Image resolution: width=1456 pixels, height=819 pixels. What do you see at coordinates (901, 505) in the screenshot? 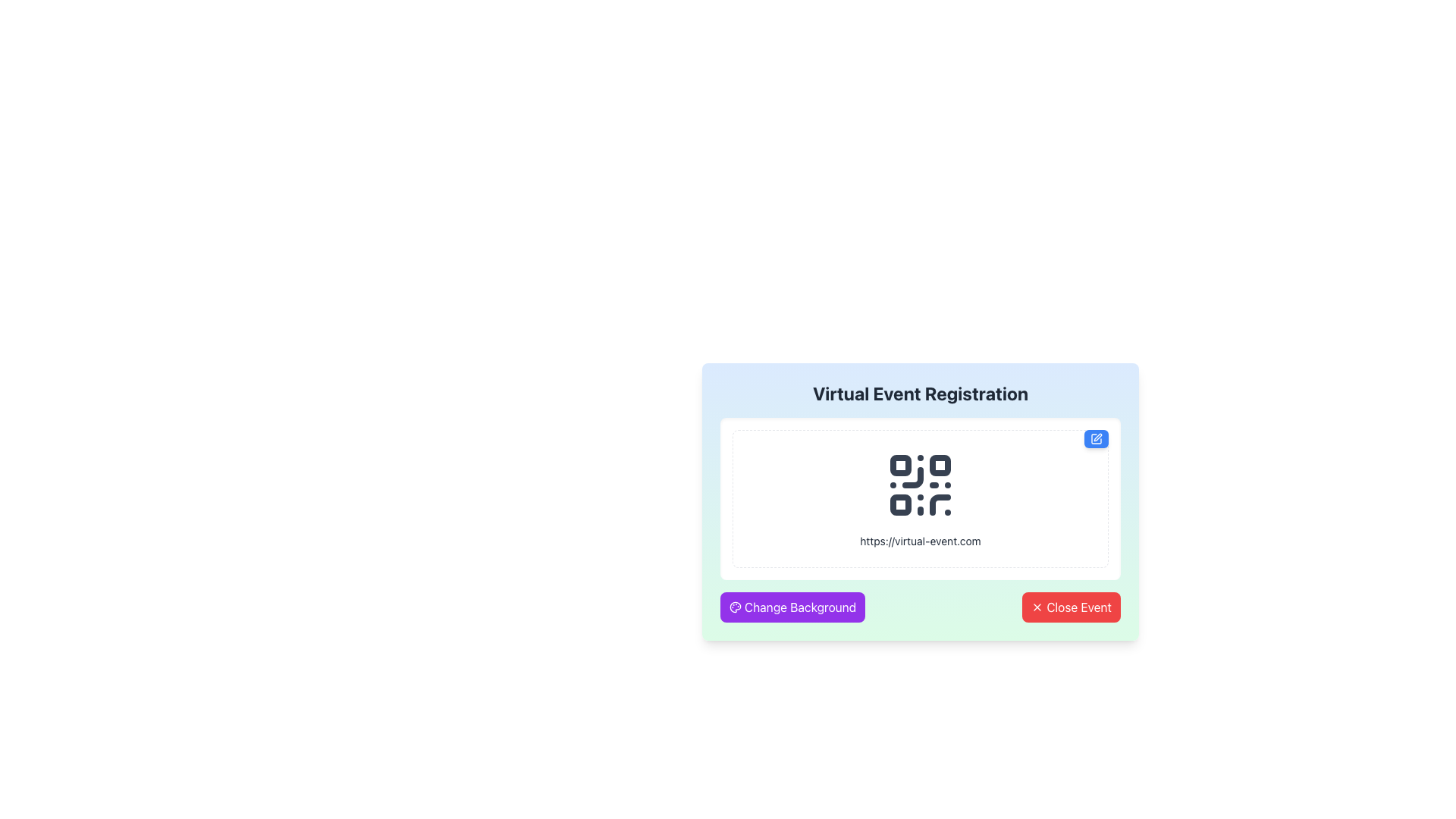
I see `the decorative graphical shape located in the bottom-left corner of the QR code within the 'Virtual Event Registration' modal` at bounding box center [901, 505].